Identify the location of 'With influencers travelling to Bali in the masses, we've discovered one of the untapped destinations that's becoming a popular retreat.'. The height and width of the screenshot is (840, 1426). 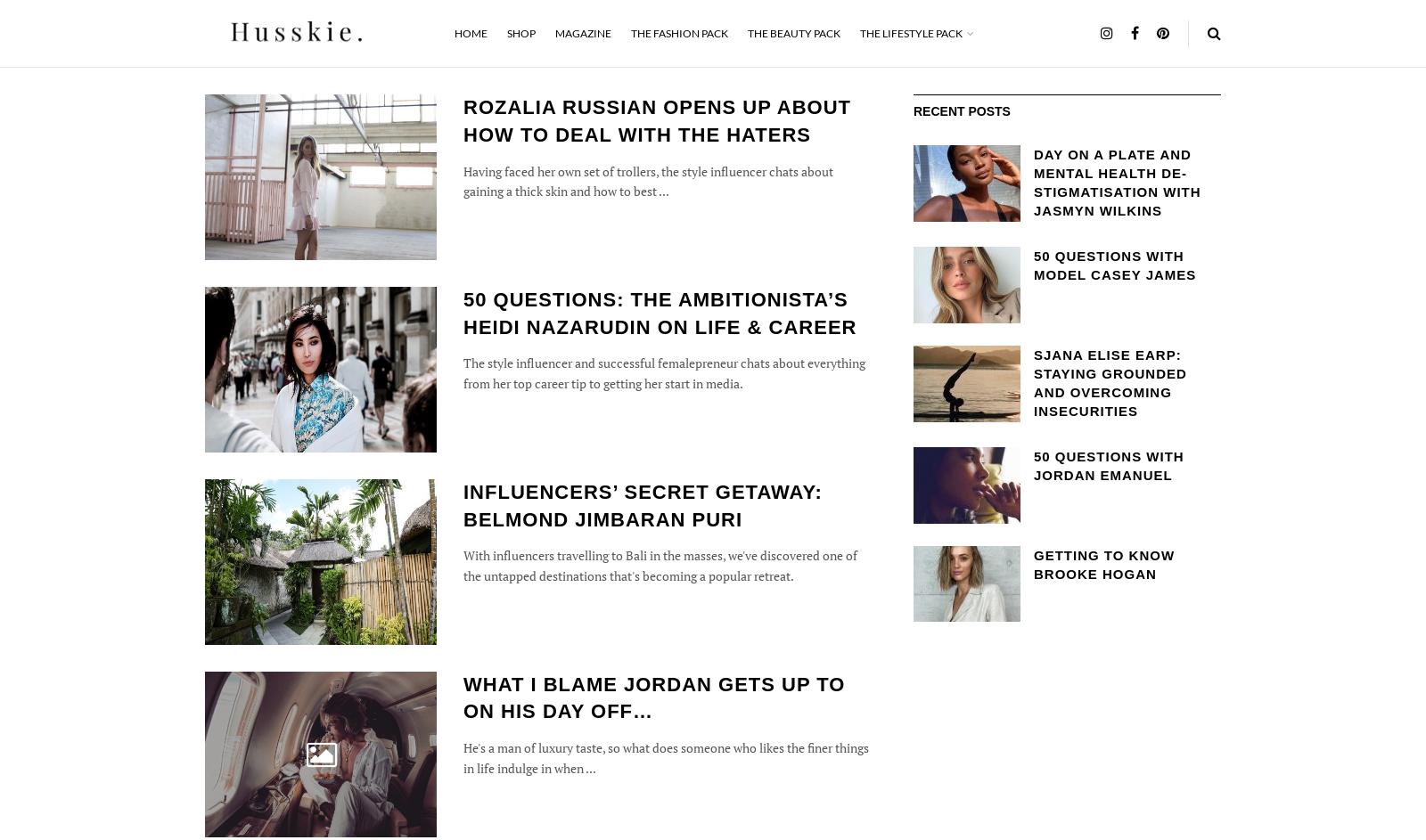
(463, 565).